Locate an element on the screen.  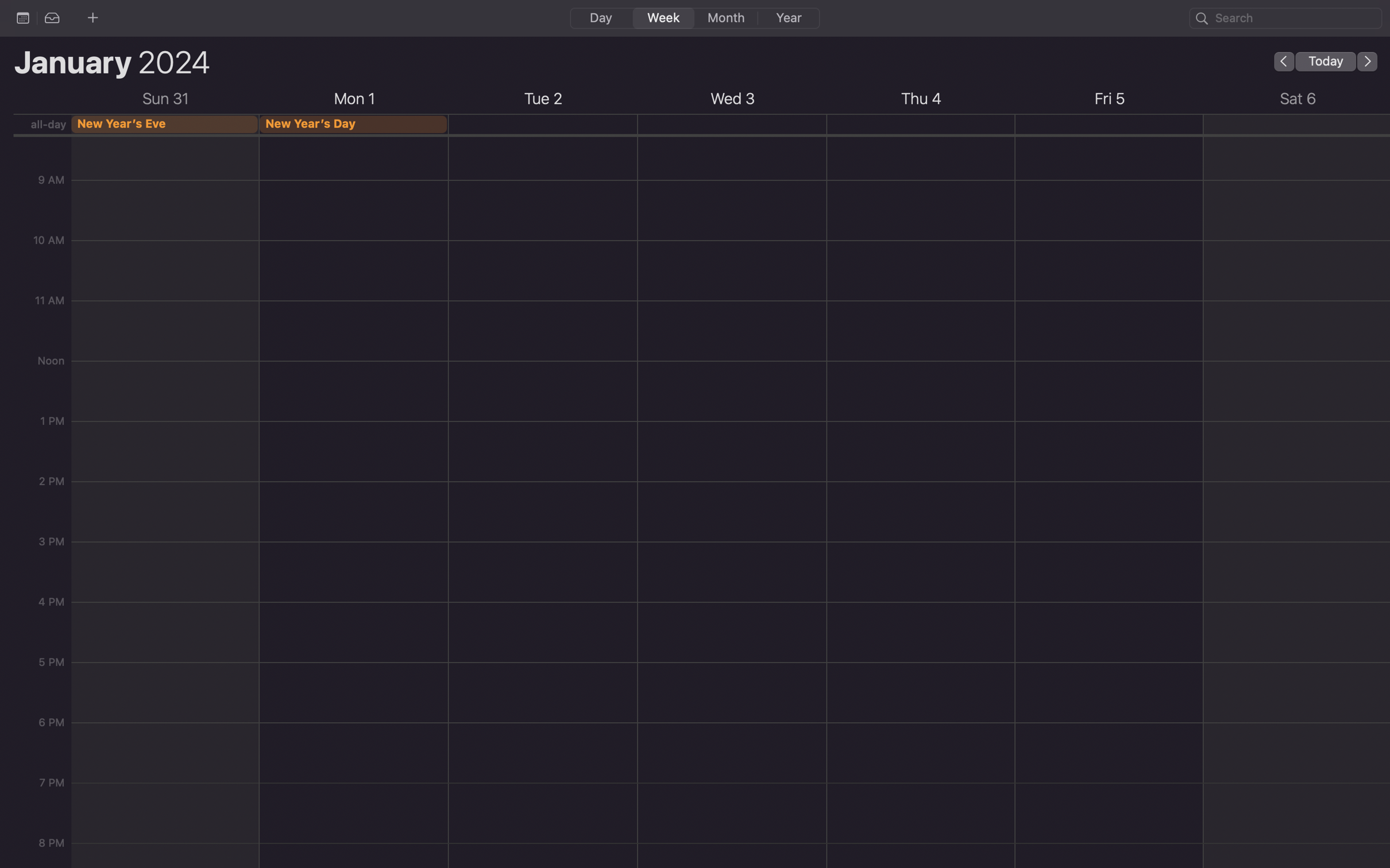
the event titled "Lunch with Ann" is located at coordinates (1285, 17).